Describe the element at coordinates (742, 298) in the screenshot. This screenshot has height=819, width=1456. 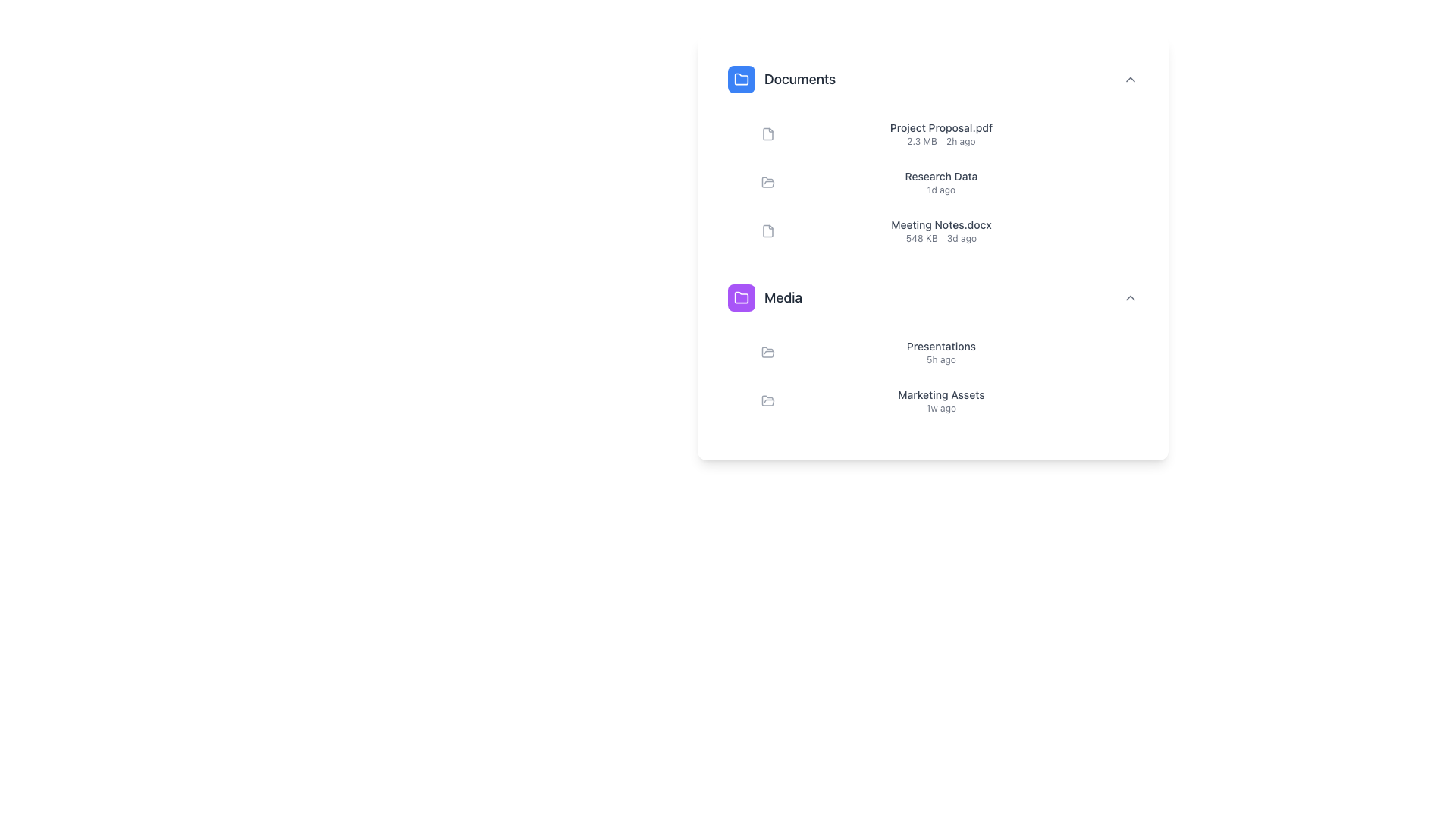
I see `the small folder icon with a purple background and white outline located in the 'Media' section, immediately to the left of the 'Media' label text` at that location.